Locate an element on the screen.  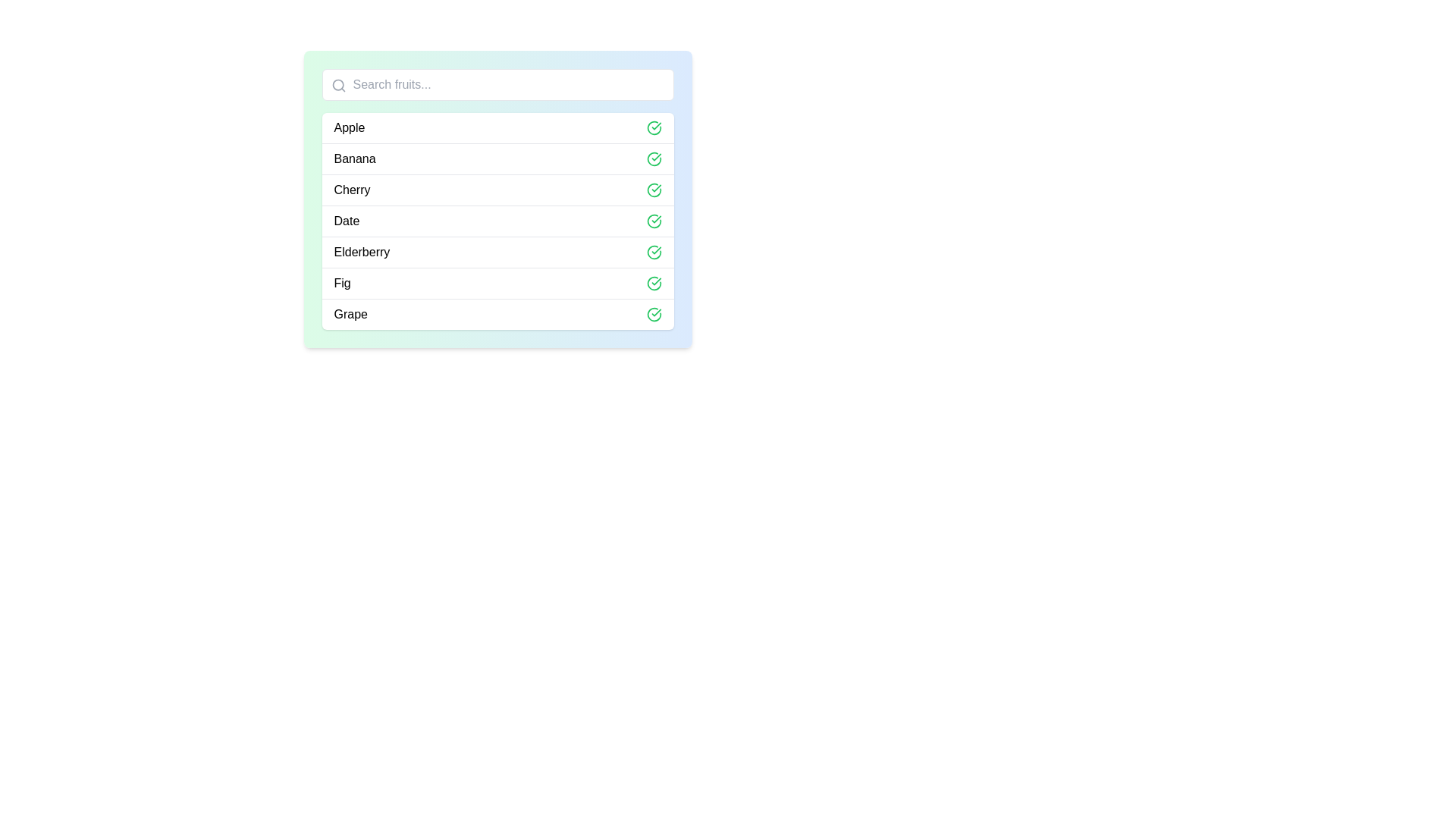
the fourth fruit row in the structured list, which is a selectable row containing a fruit name, specifically positioned below the search bar and above 'Elderberry' is located at coordinates (497, 221).